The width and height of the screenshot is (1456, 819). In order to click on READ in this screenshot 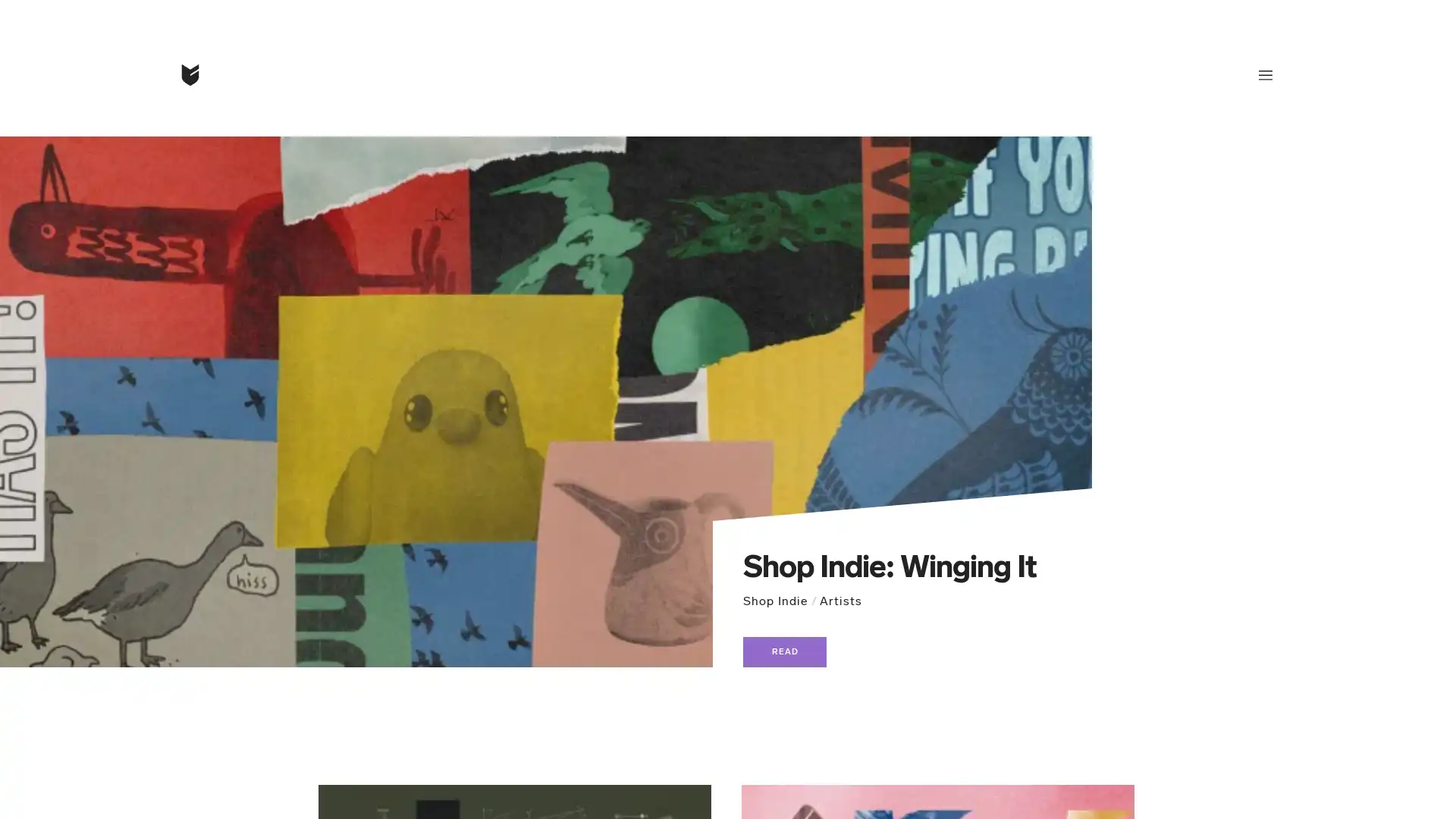, I will do `click(785, 651)`.